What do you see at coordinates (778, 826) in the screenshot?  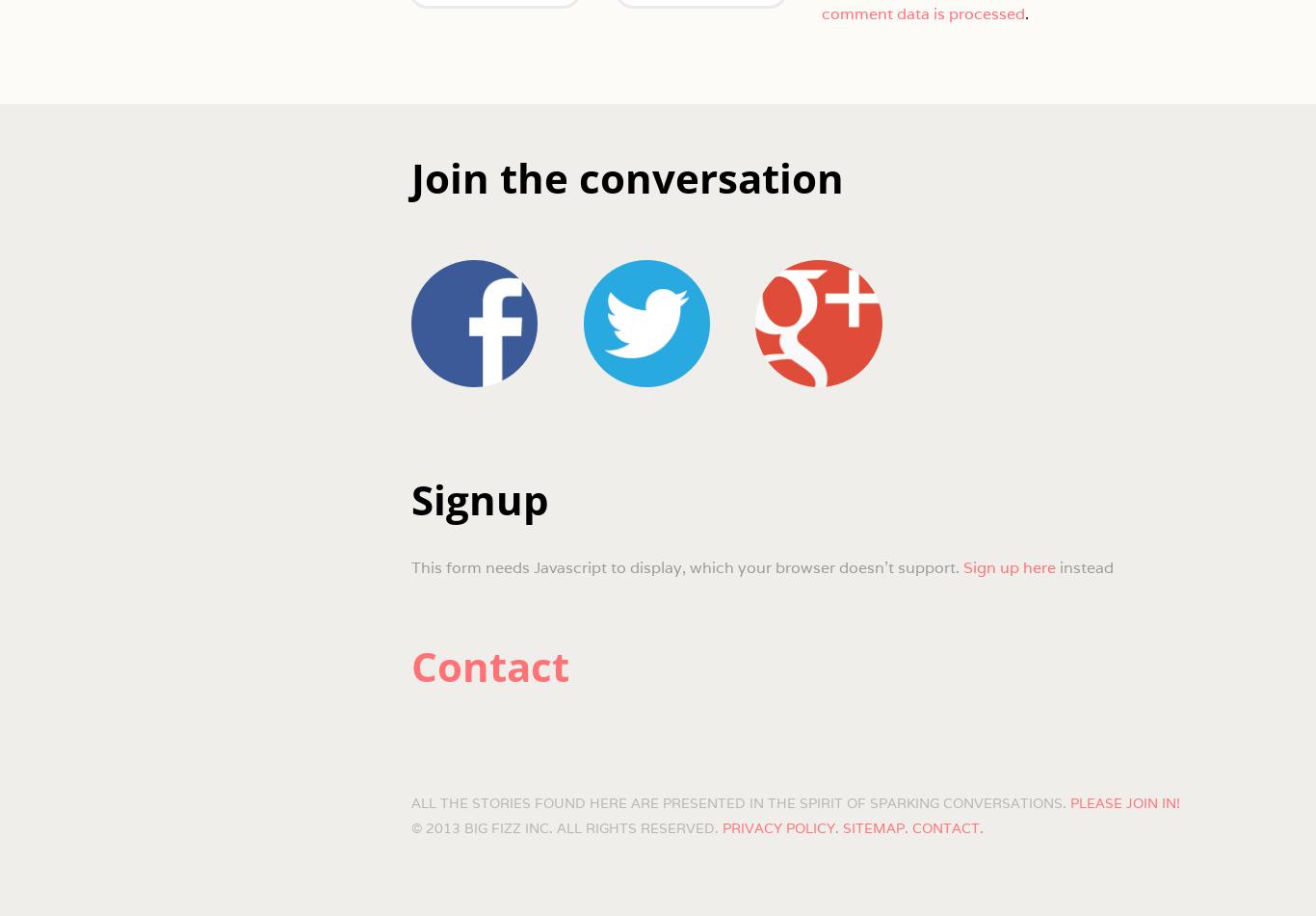 I see `'Privacy Policy.'` at bounding box center [778, 826].